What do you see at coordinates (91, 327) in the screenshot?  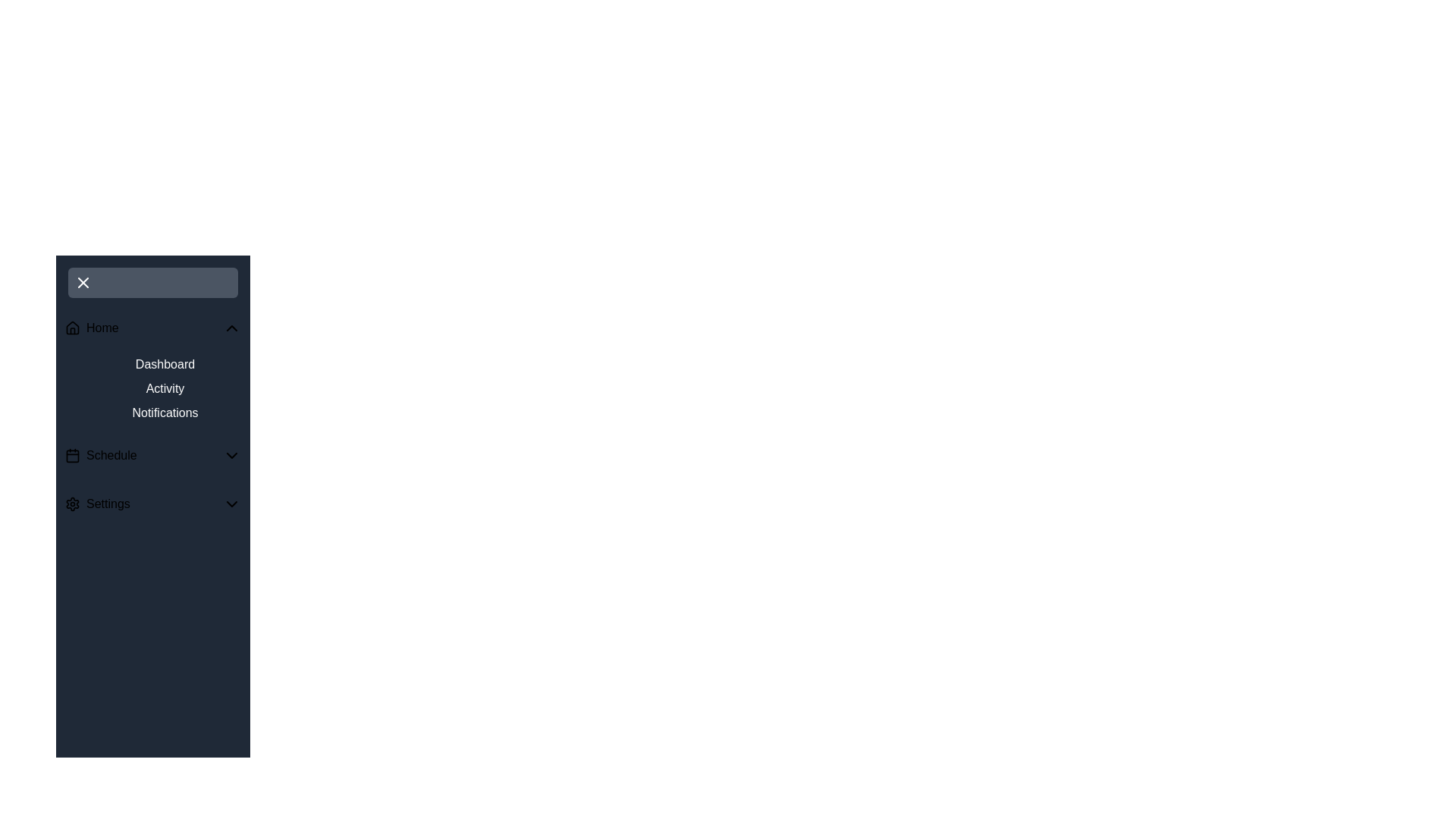 I see `the 'Home' menu item, which features a dark font text label and a minimalistic house icon, located at the top-left section of the sidebar menu` at bounding box center [91, 327].